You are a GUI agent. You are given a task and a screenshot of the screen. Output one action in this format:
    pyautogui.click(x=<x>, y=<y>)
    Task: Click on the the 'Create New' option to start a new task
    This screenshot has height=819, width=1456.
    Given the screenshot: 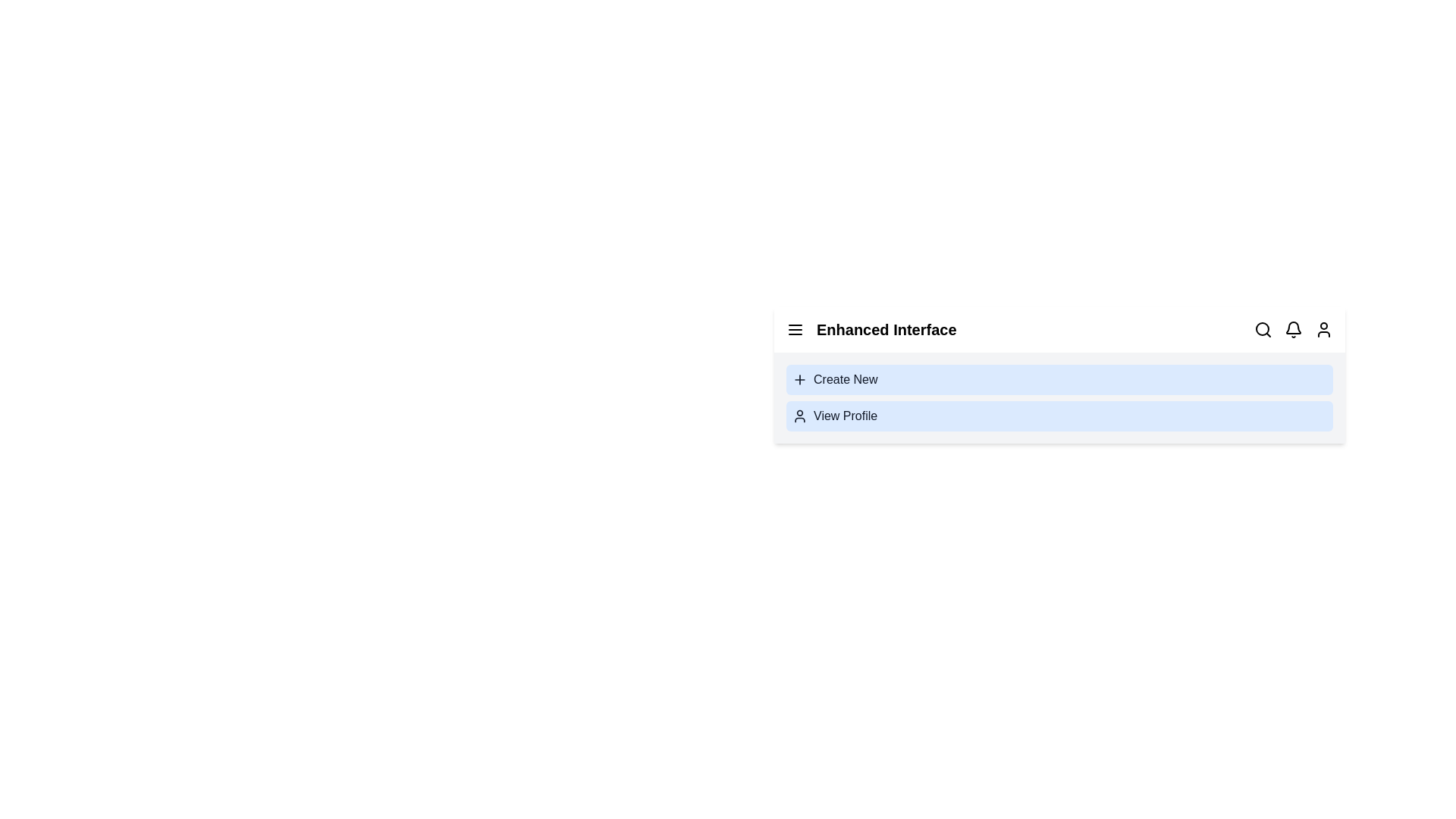 What is the action you would take?
    pyautogui.click(x=1059, y=379)
    